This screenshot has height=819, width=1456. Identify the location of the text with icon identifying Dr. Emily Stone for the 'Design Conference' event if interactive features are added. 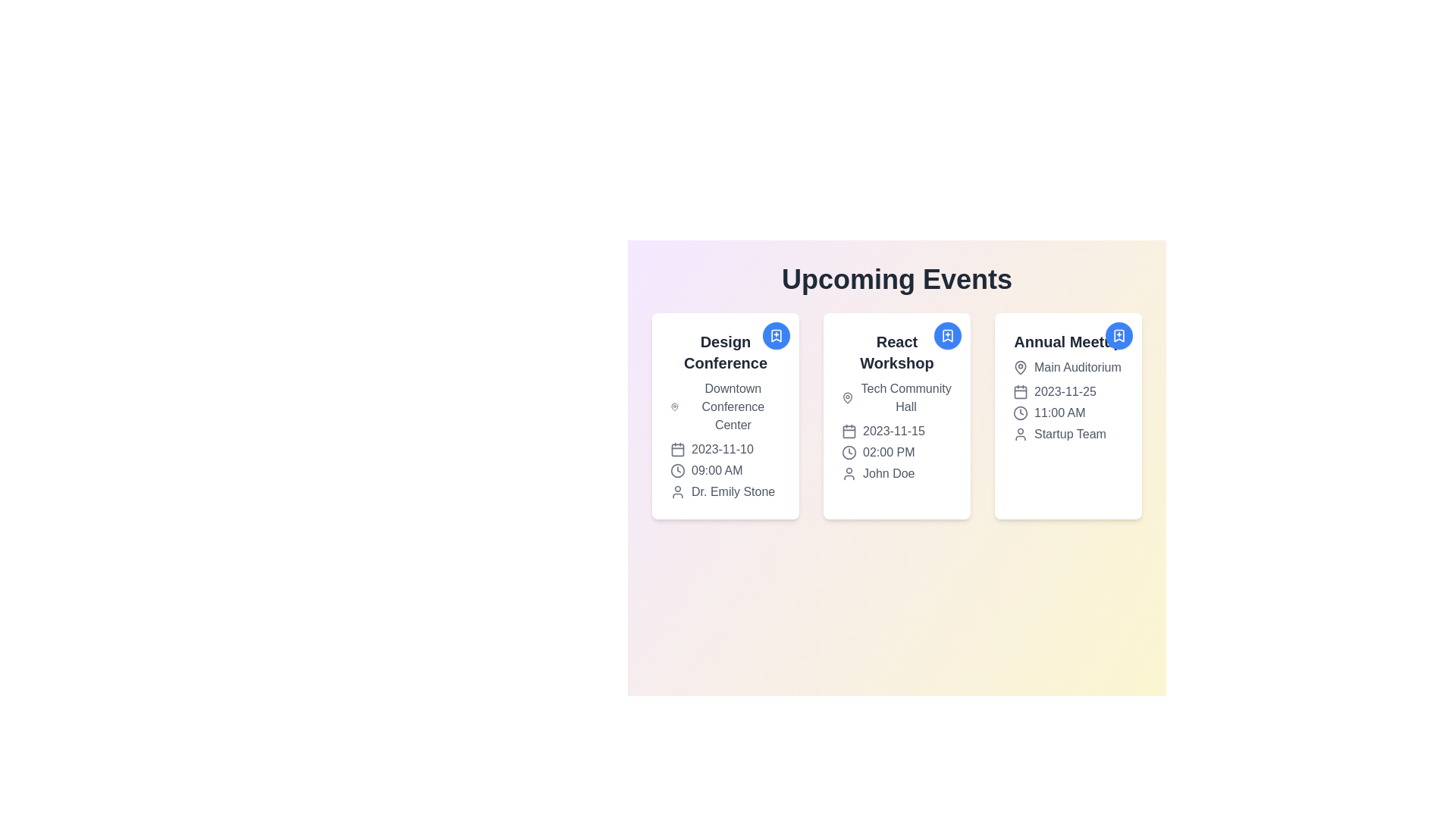
(724, 491).